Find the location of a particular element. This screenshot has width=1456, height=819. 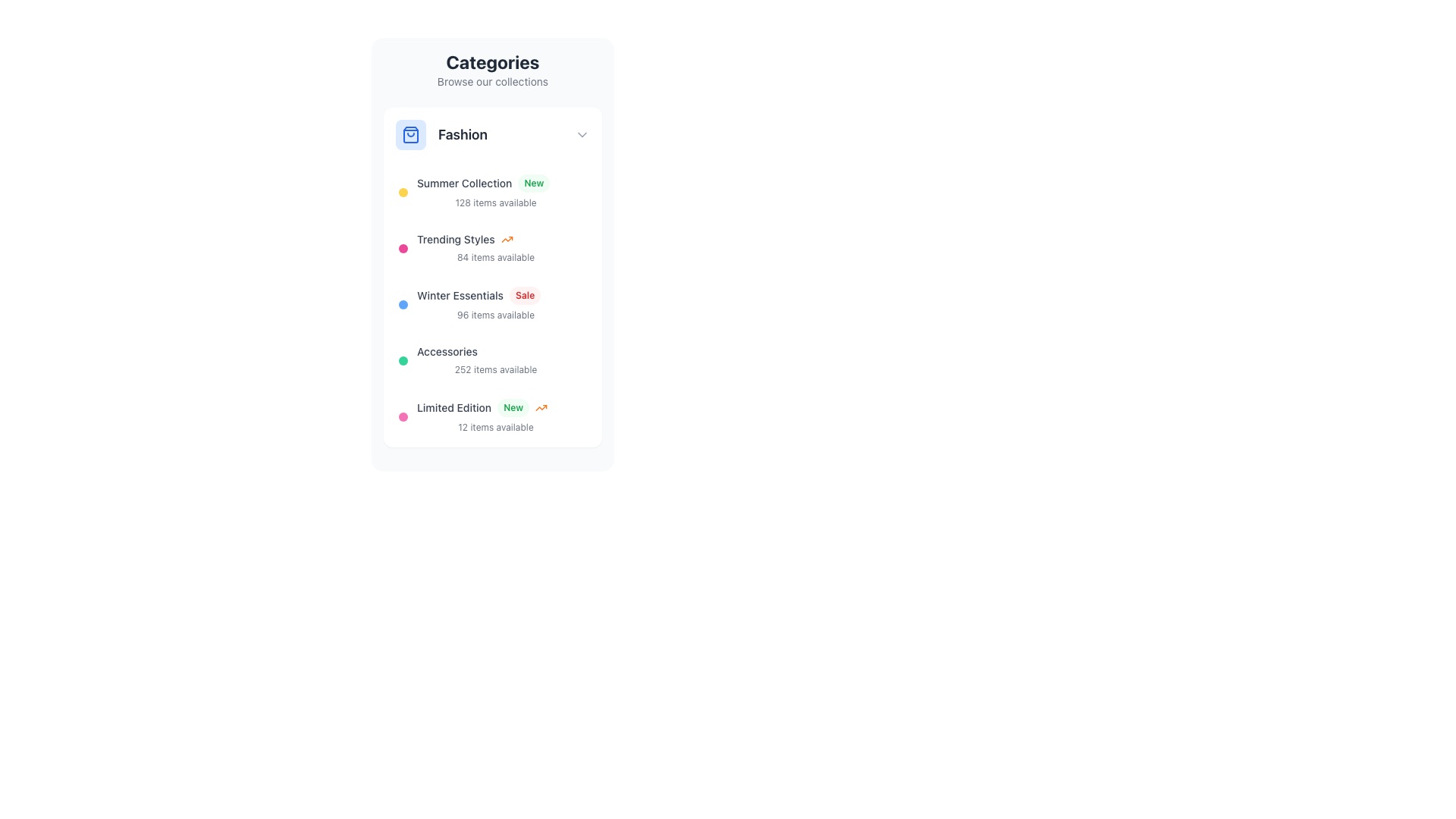

the bold, large-font text label with the content 'Categories' that is styled in dark gray and is prominently positioned at the top of the section is located at coordinates (492, 61).